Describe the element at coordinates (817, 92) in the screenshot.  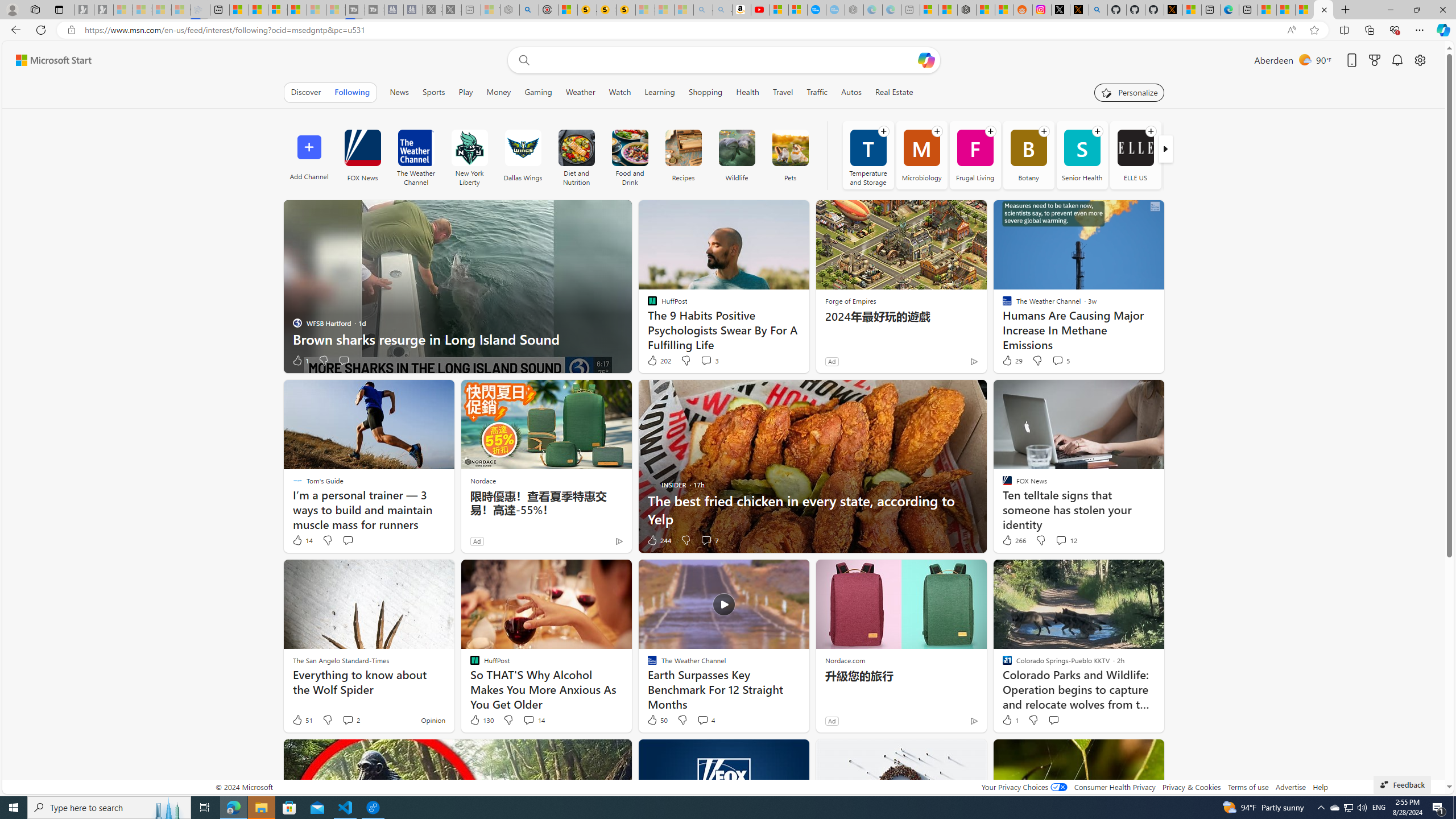
I see `'Traffic'` at that location.